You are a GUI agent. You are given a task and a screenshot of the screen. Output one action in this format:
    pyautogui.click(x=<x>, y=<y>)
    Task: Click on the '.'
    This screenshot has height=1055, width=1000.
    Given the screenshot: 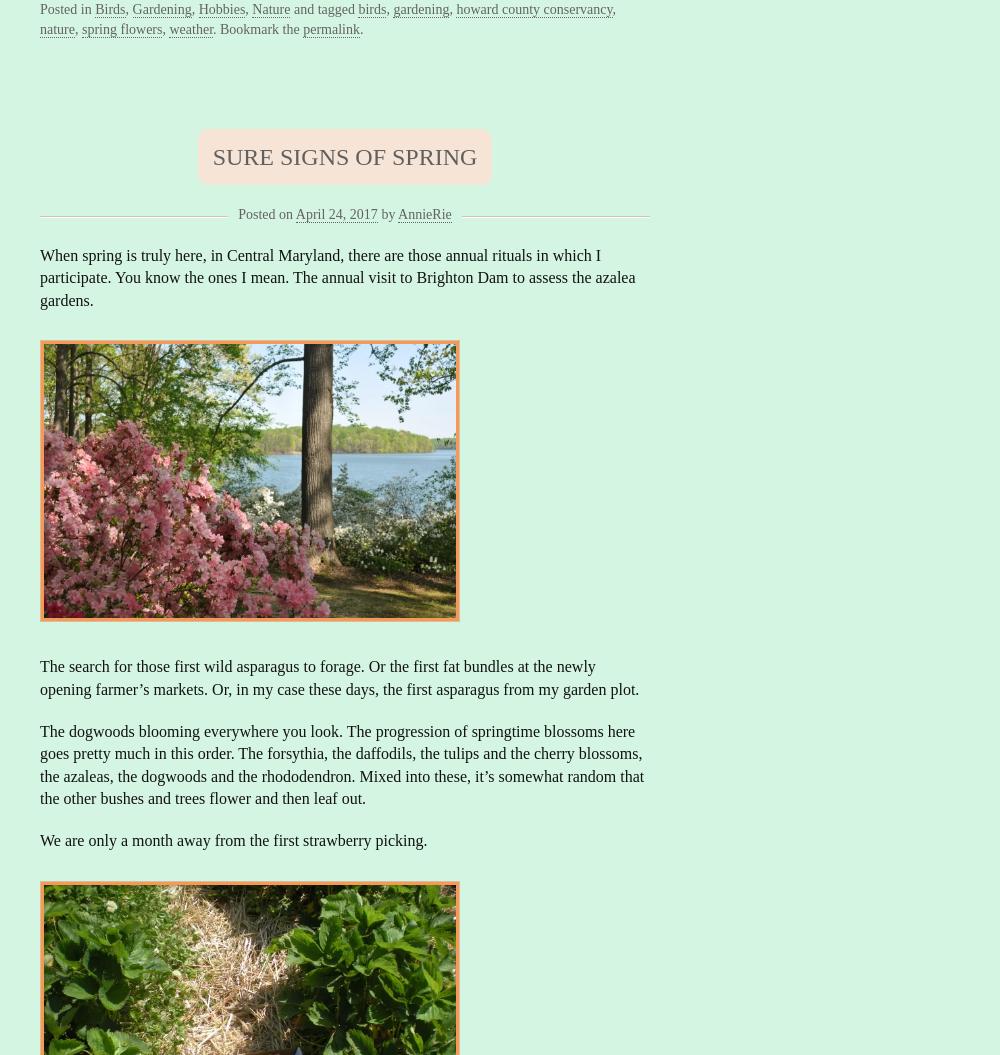 What is the action you would take?
    pyautogui.click(x=360, y=28)
    